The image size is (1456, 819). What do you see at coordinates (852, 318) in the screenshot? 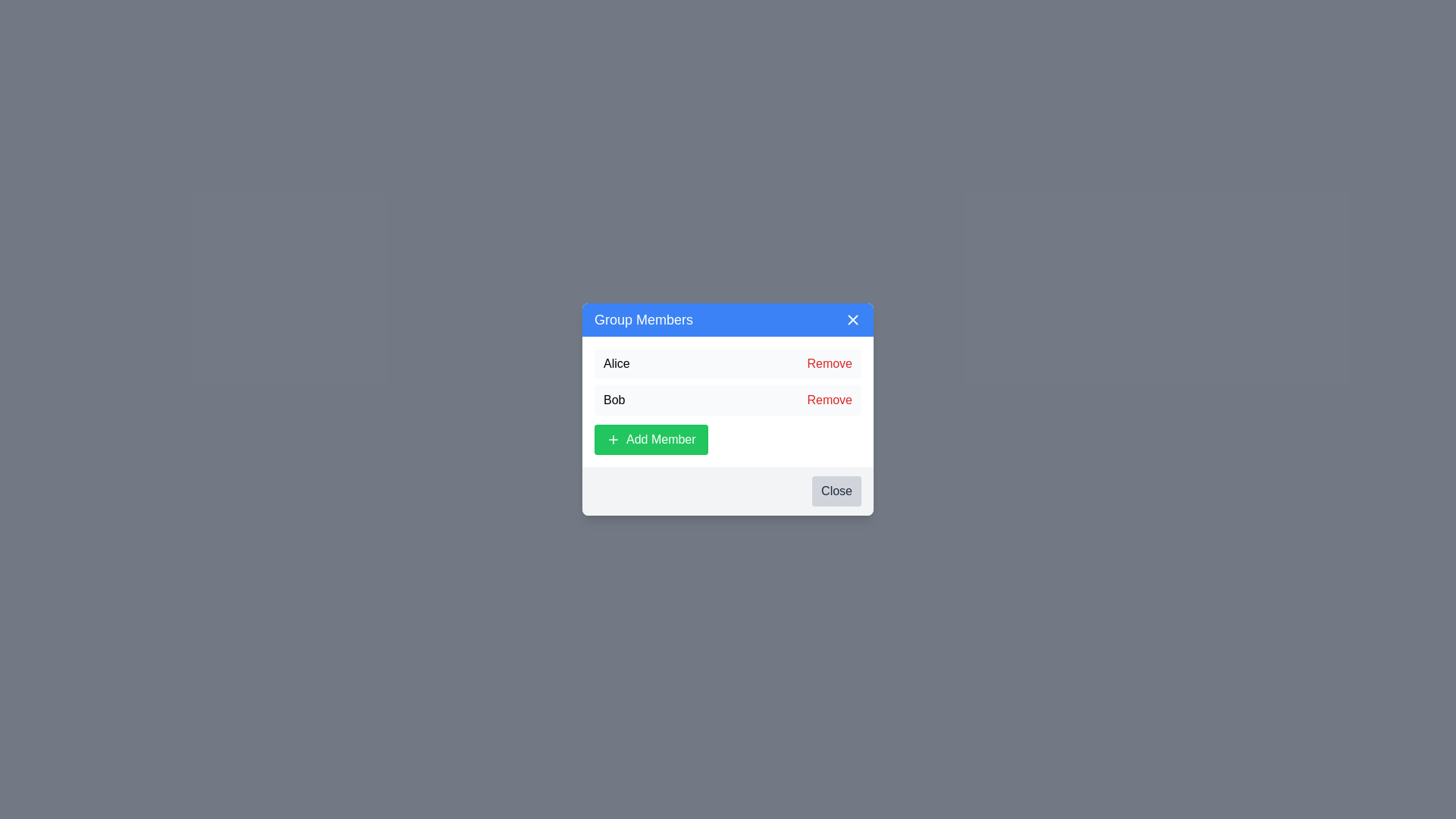
I see `the red-colored, cross-shaped close icon in the top-right corner of the 'Group Members' dialog box` at bounding box center [852, 318].